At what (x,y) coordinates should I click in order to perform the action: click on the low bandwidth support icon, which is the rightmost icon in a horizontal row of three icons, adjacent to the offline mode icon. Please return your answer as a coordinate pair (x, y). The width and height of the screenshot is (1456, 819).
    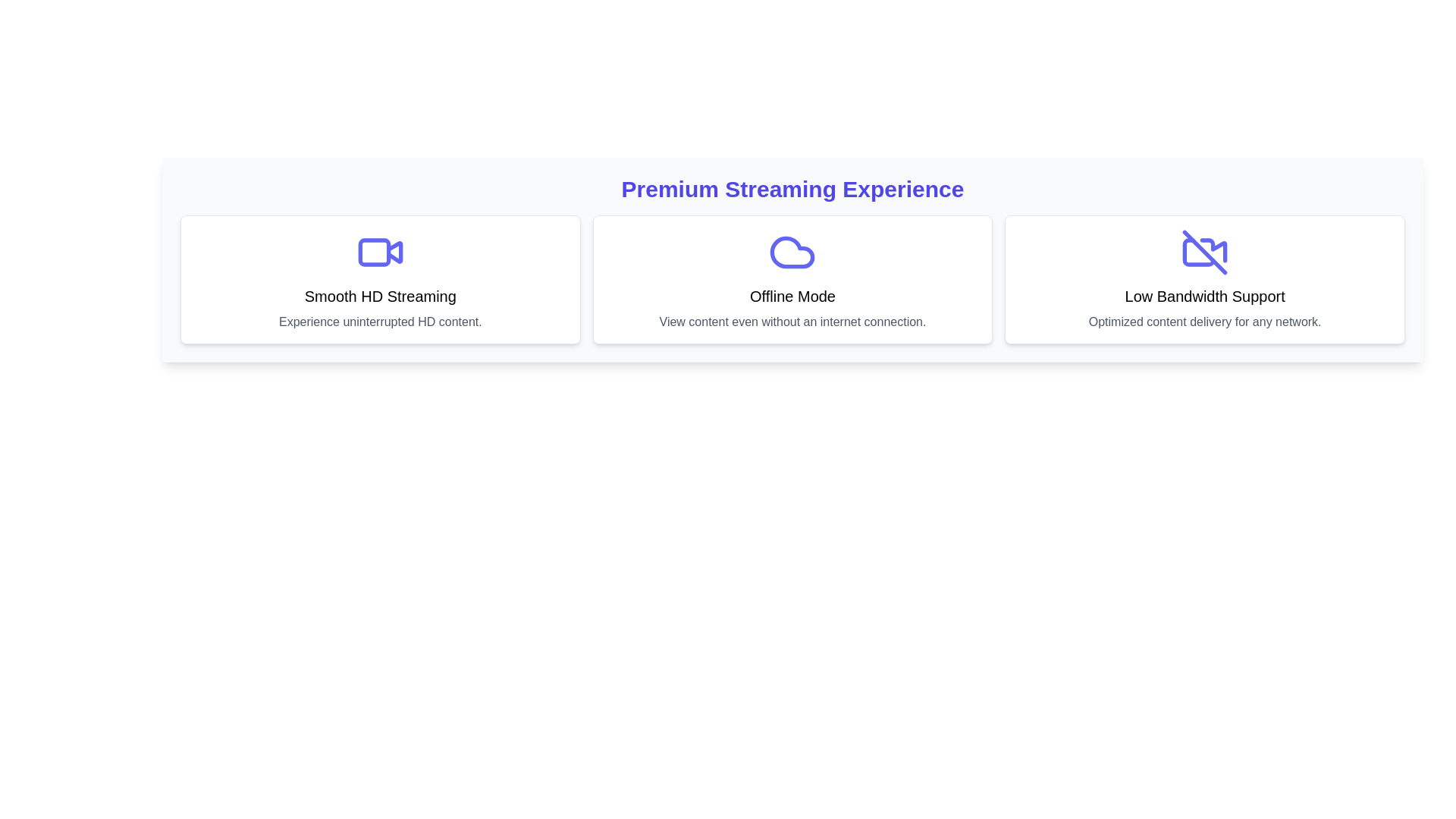
    Looking at the image, I should click on (1203, 251).